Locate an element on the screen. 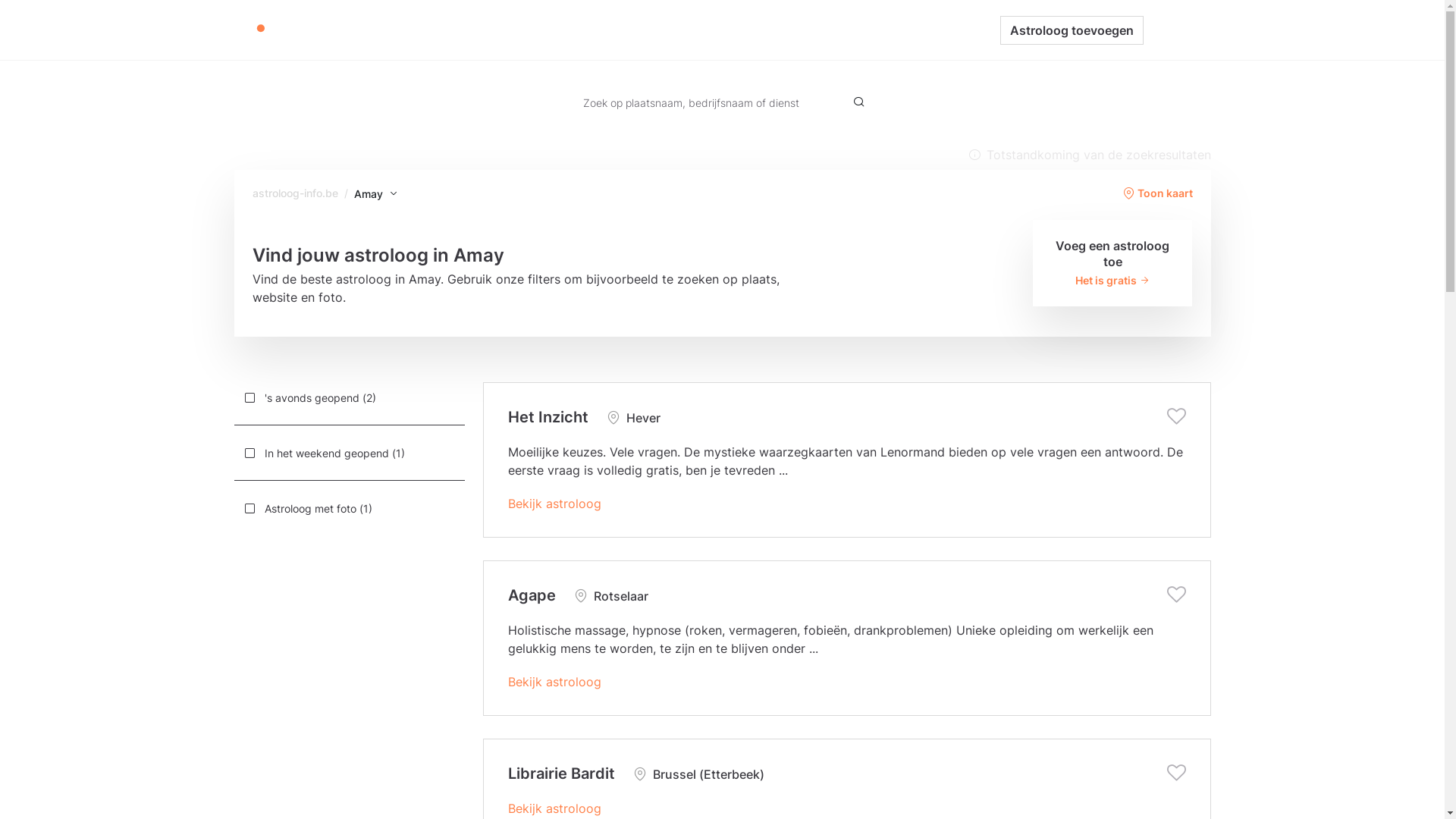  'Artikelen' is located at coordinates (718, 30).